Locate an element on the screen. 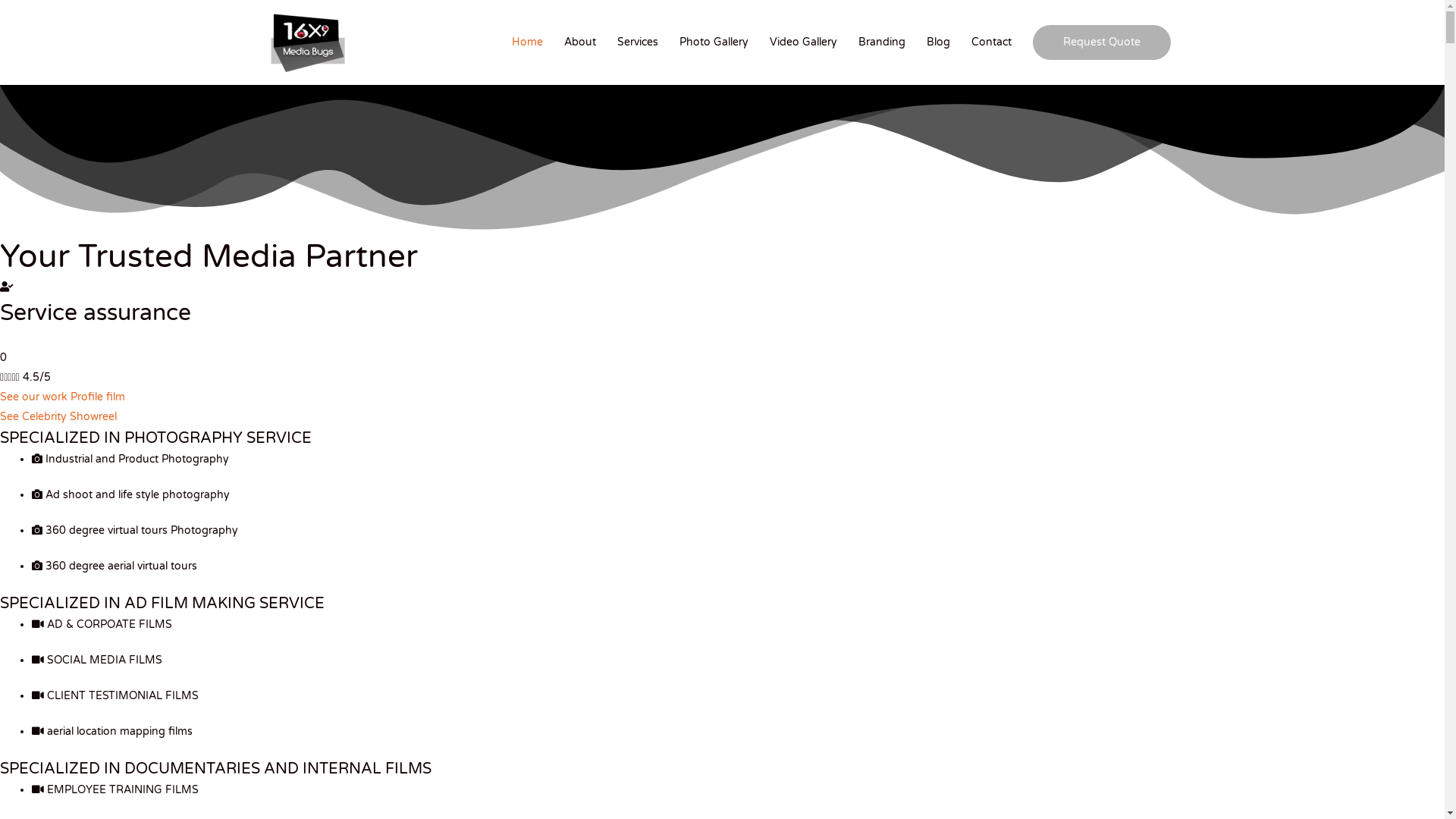  'About' is located at coordinates (579, 42).